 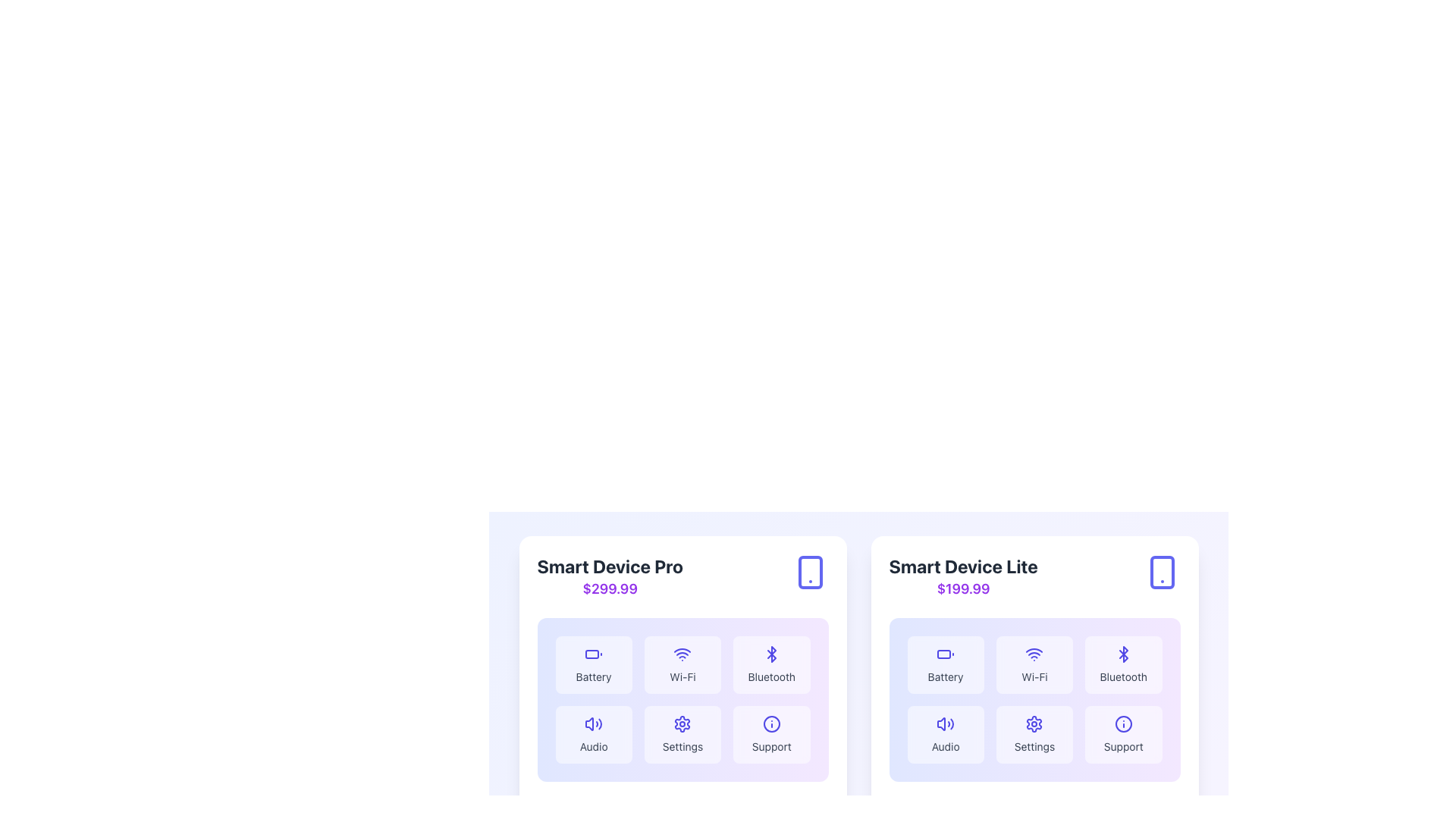 What do you see at coordinates (809, 573) in the screenshot?
I see `the decorative smartphone icon representing 'Smart Device Pro'` at bounding box center [809, 573].